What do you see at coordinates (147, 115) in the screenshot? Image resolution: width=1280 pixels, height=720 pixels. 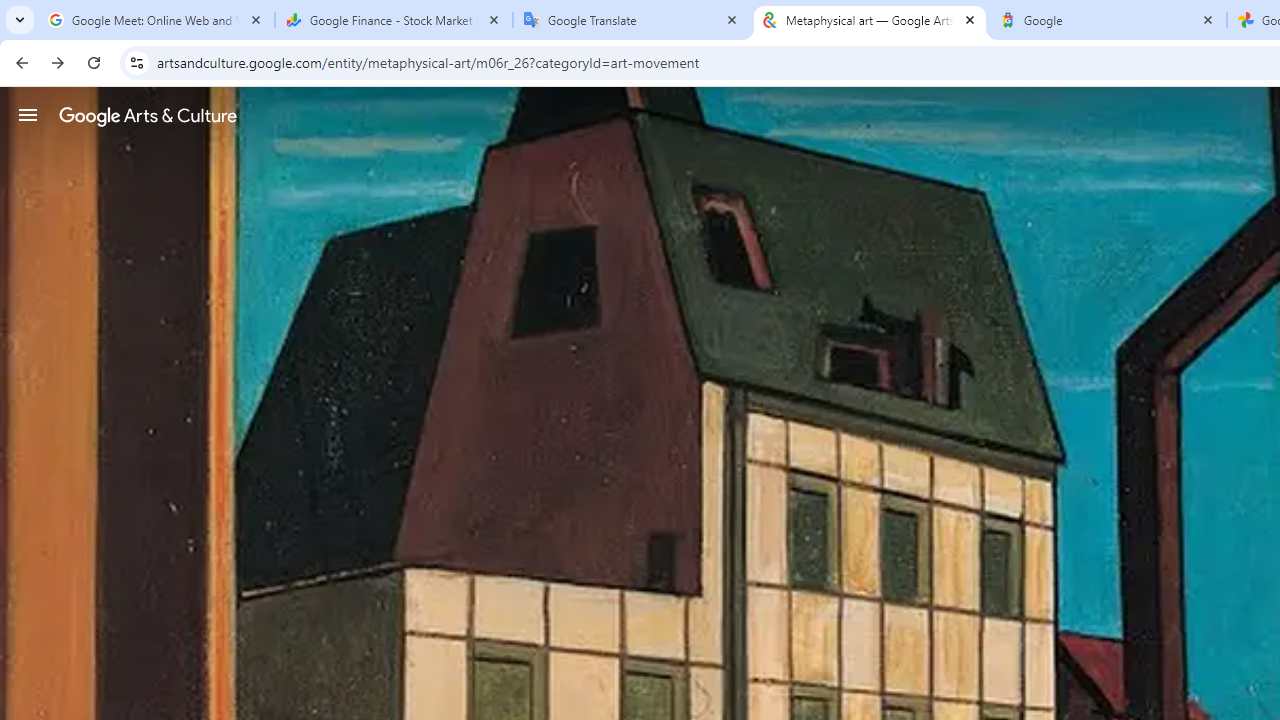 I see `'Google Arts & Culture'` at bounding box center [147, 115].